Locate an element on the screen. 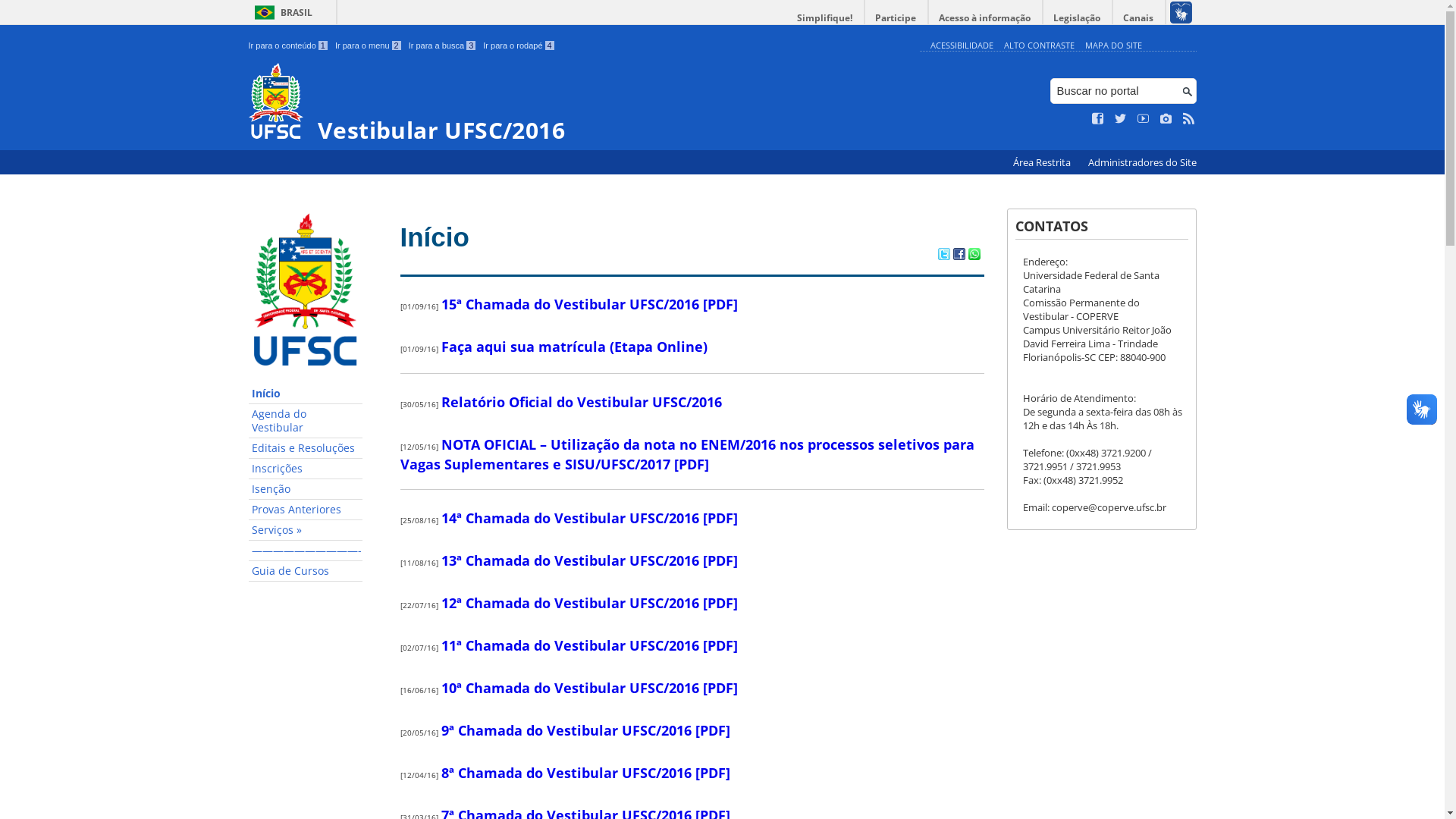  'Ir para a busca 3' is located at coordinates (441, 45).